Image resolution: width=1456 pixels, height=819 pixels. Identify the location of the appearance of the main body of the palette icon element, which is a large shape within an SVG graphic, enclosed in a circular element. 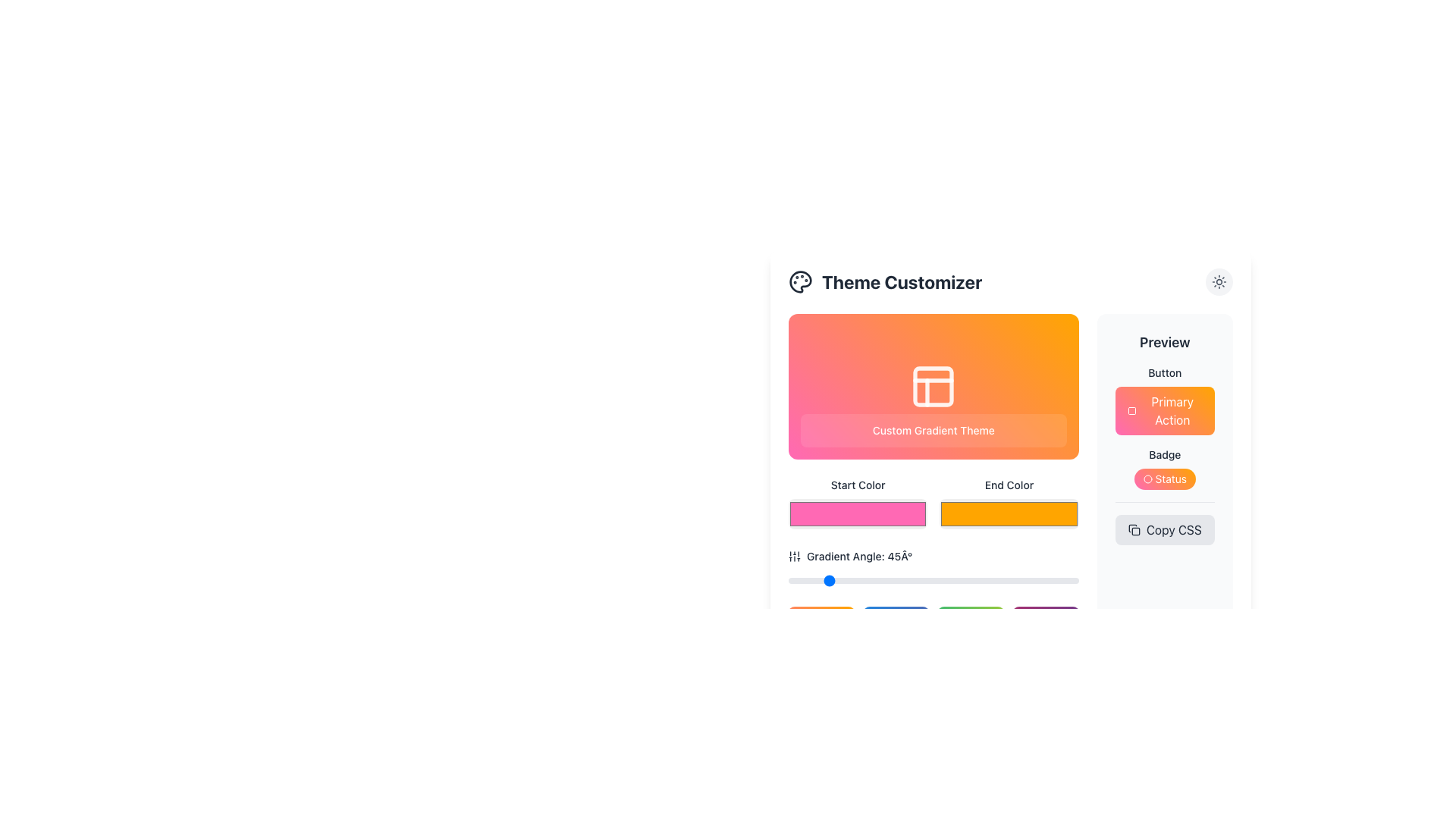
(800, 281).